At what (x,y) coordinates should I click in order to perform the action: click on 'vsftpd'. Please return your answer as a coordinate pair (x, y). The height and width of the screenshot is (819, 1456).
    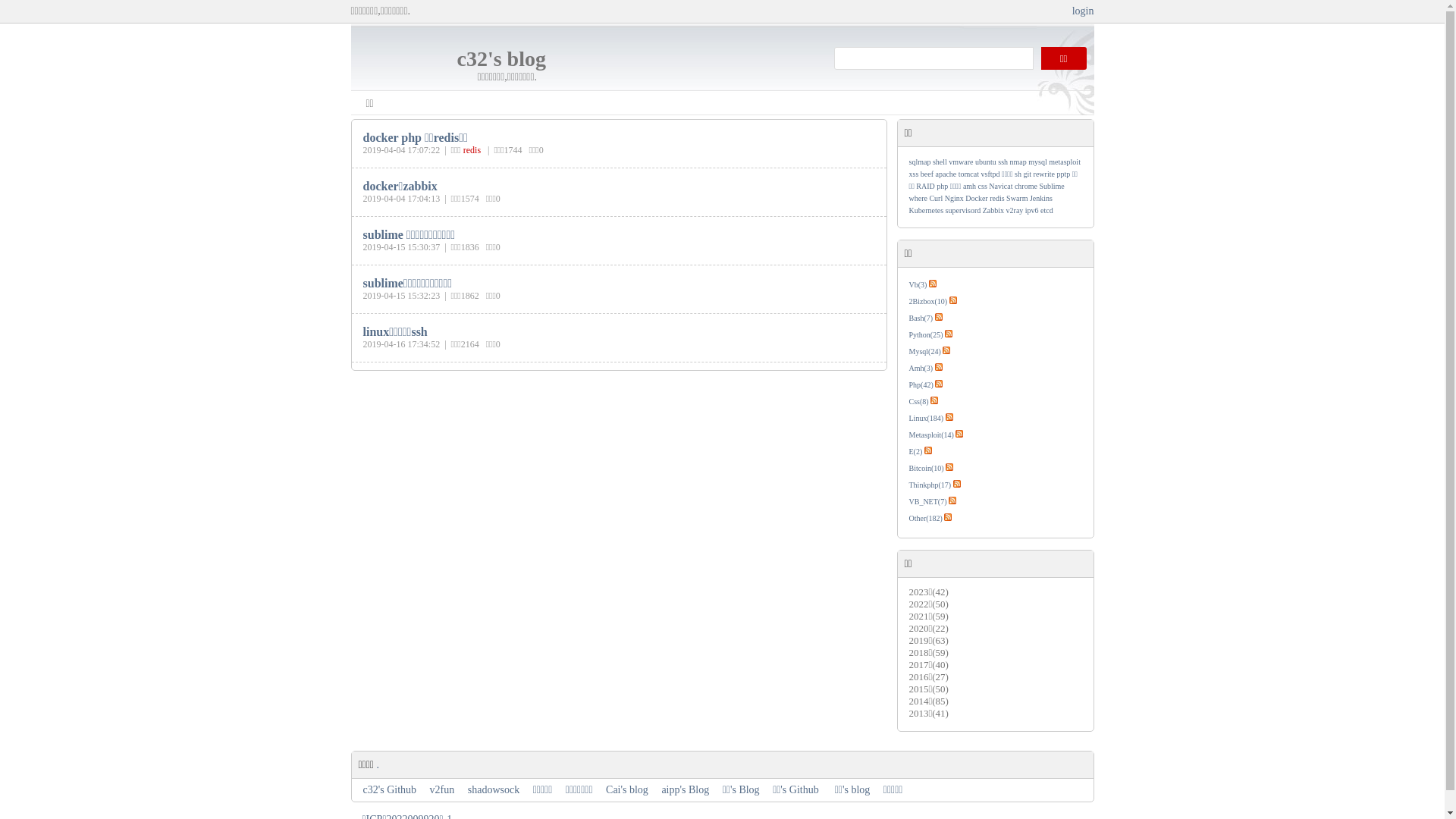
    Looking at the image, I should click on (990, 173).